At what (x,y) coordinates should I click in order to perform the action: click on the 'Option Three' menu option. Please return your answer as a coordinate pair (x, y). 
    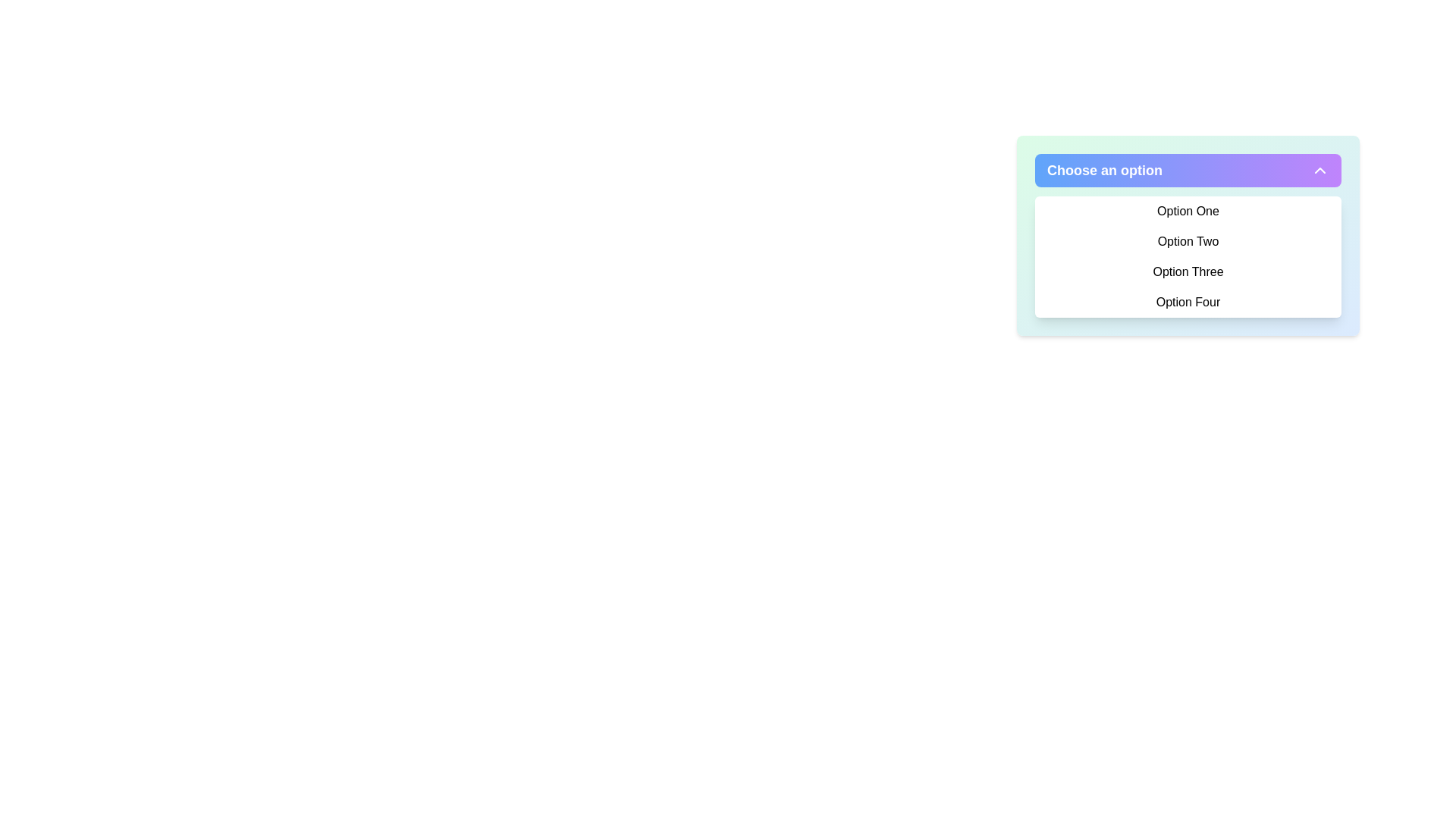
    Looking at the image, I should click on (1187, 271).